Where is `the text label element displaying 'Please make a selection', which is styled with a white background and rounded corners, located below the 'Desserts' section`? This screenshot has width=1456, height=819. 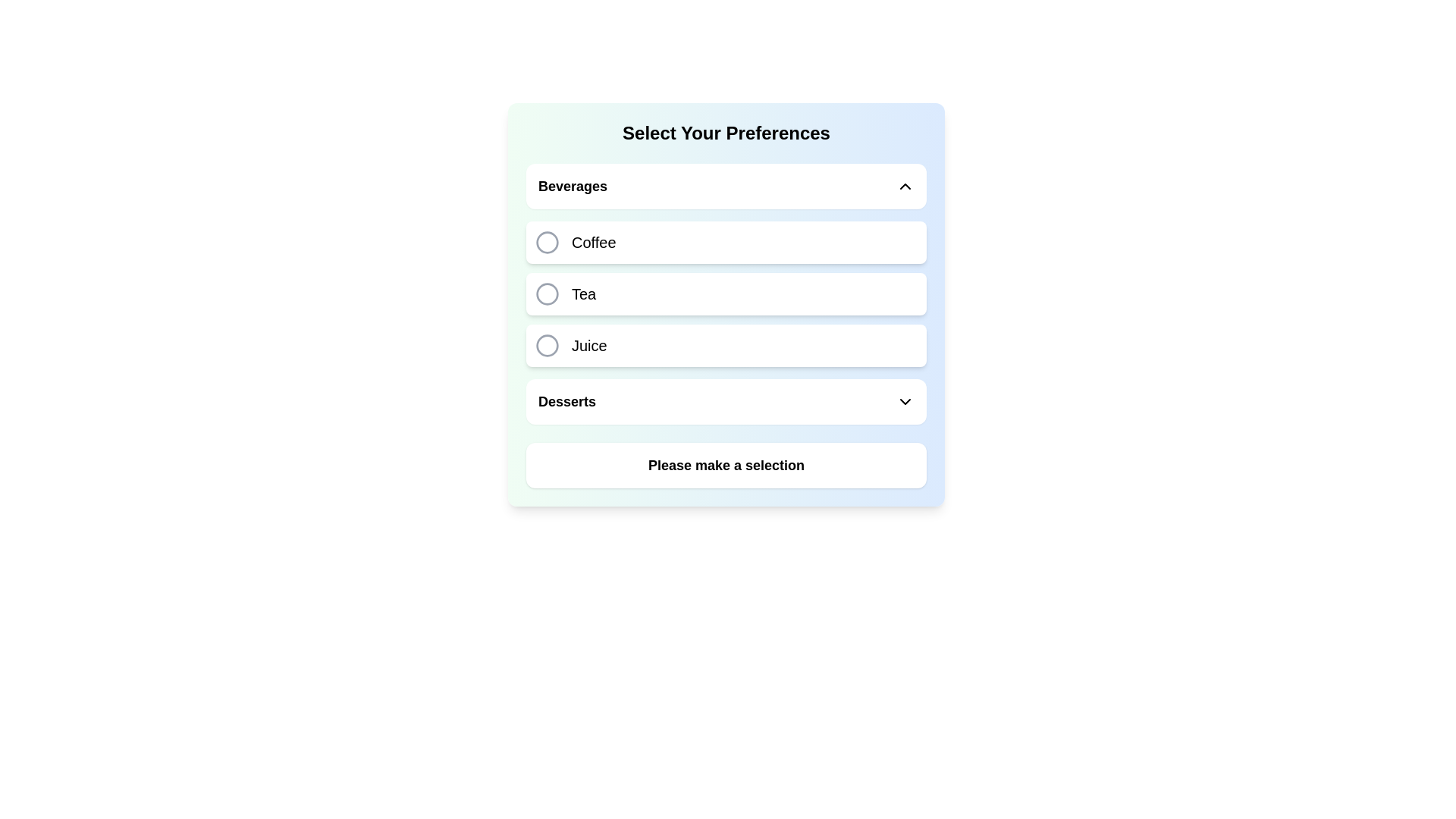
the text label element displaying 'Please make a selection', which is styled with a white background and rounded corners, located below the 'Desserts' section is located at coordinates (726, 464).